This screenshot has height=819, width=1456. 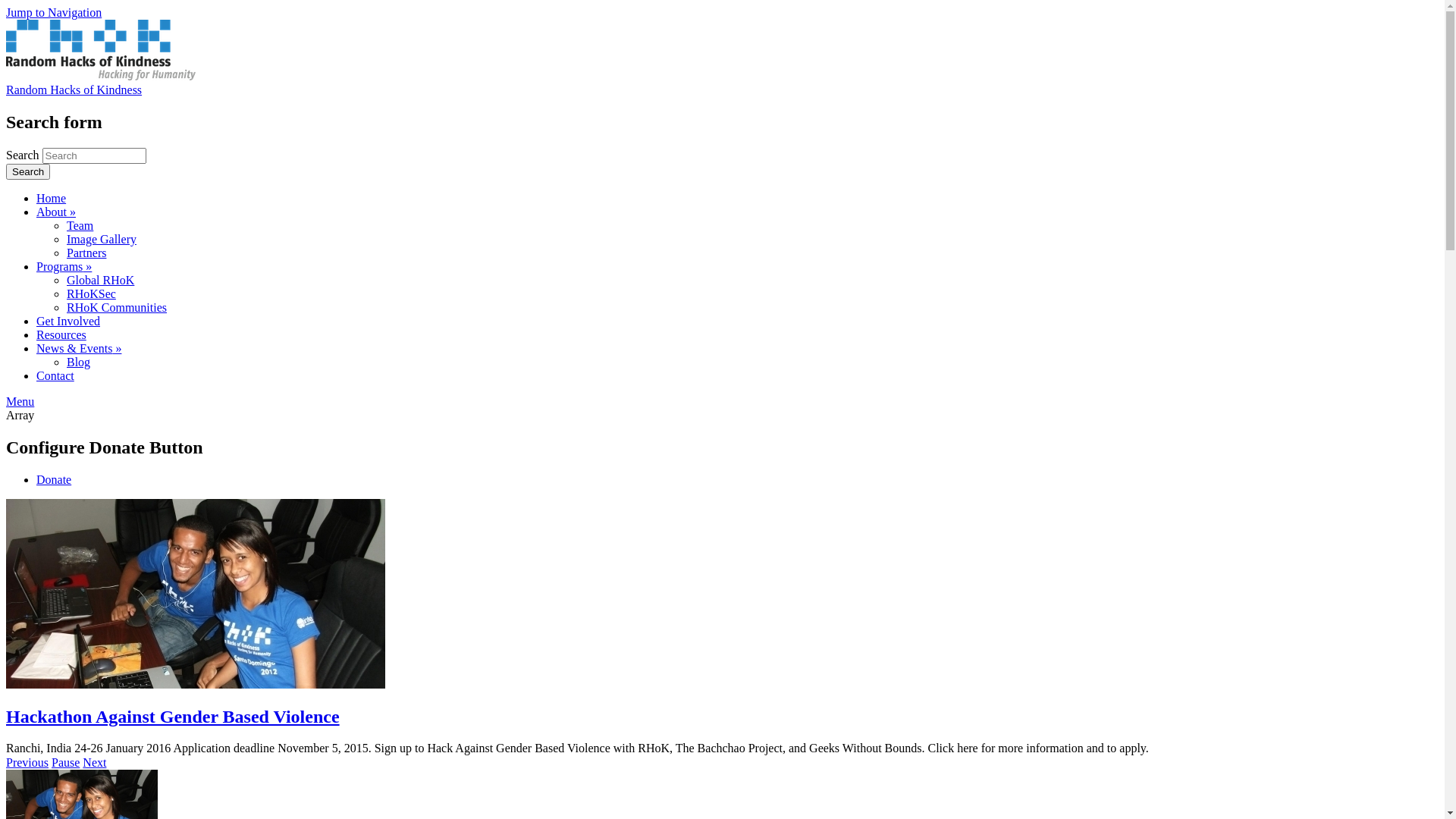 I want to click on 'Search', so click(x=28, y=171).